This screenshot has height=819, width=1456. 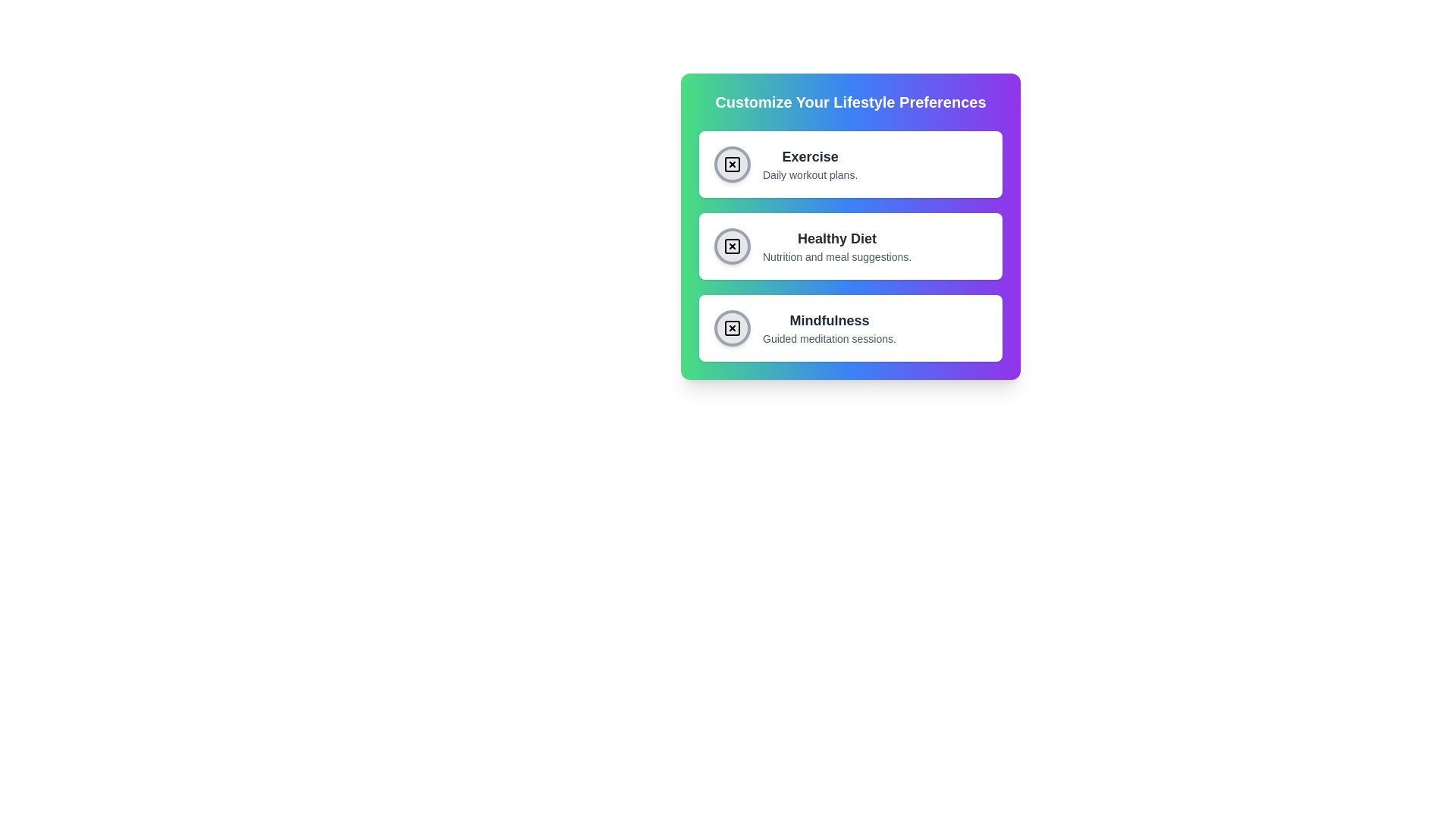 What do you see at coordinates (851, 245) in the screenshot?
I see `the Card component that provides information about healthy dieting, located in the center of the vertical list of three cards` at bounding box center [851, 245].